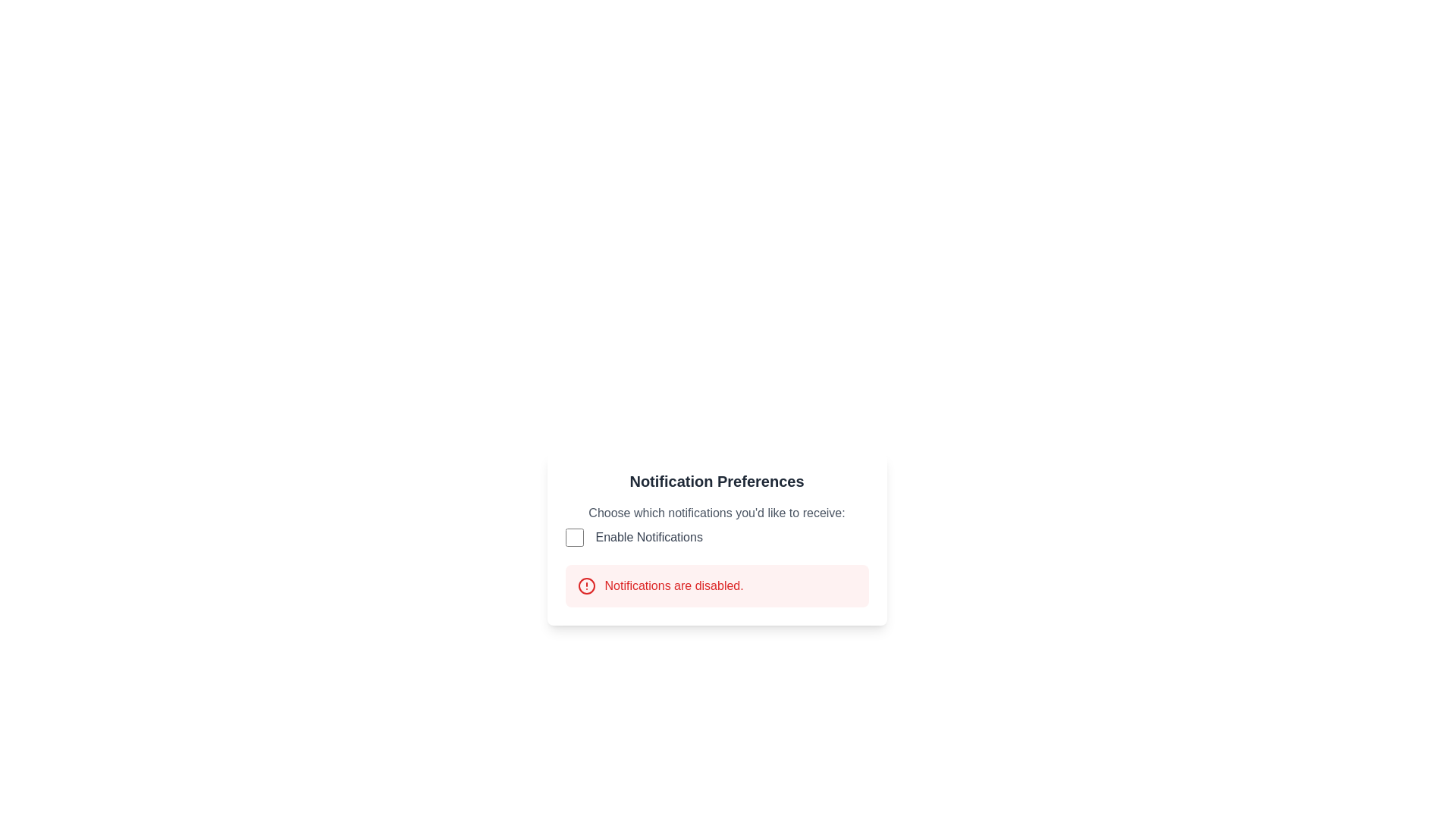  Describe the element at coordinates (716, 585) in the screenshot. I see `the informational alert box indicating that notifications are disabled, located at the bottom of the 'Notification Preferences' card` at that location.